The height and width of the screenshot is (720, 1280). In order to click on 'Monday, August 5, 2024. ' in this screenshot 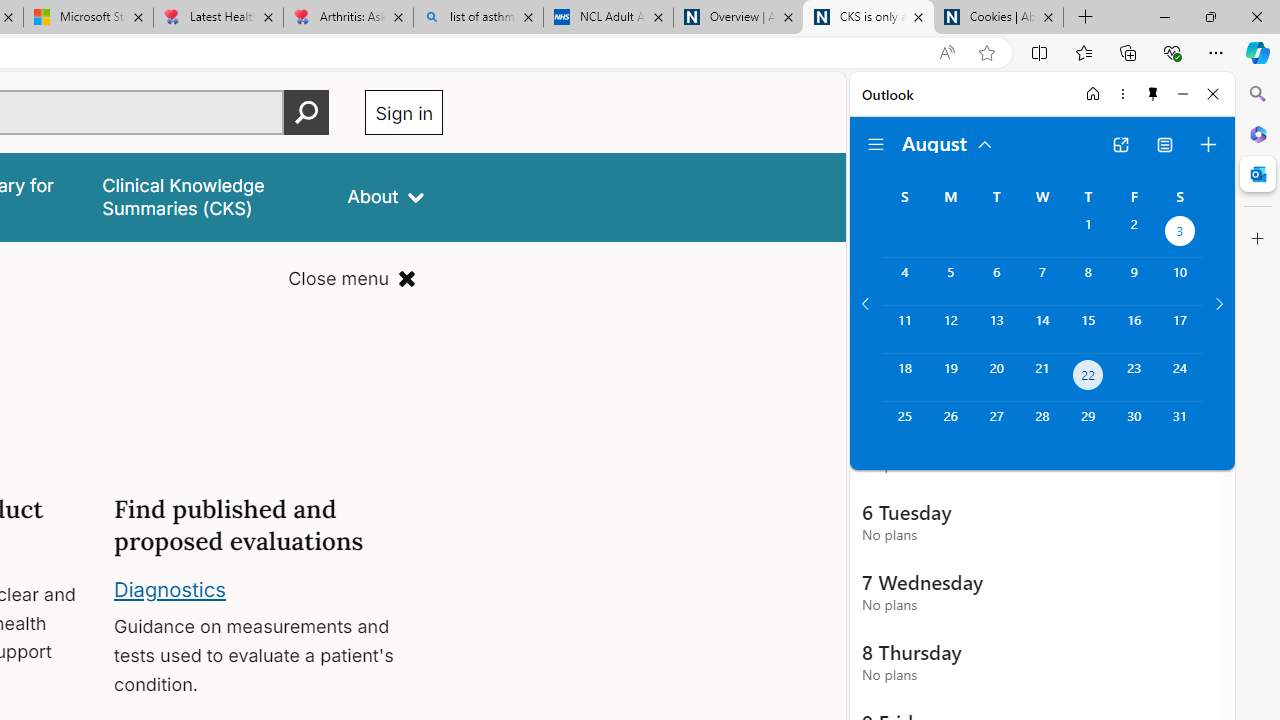, I will do `click(949, 281)`.